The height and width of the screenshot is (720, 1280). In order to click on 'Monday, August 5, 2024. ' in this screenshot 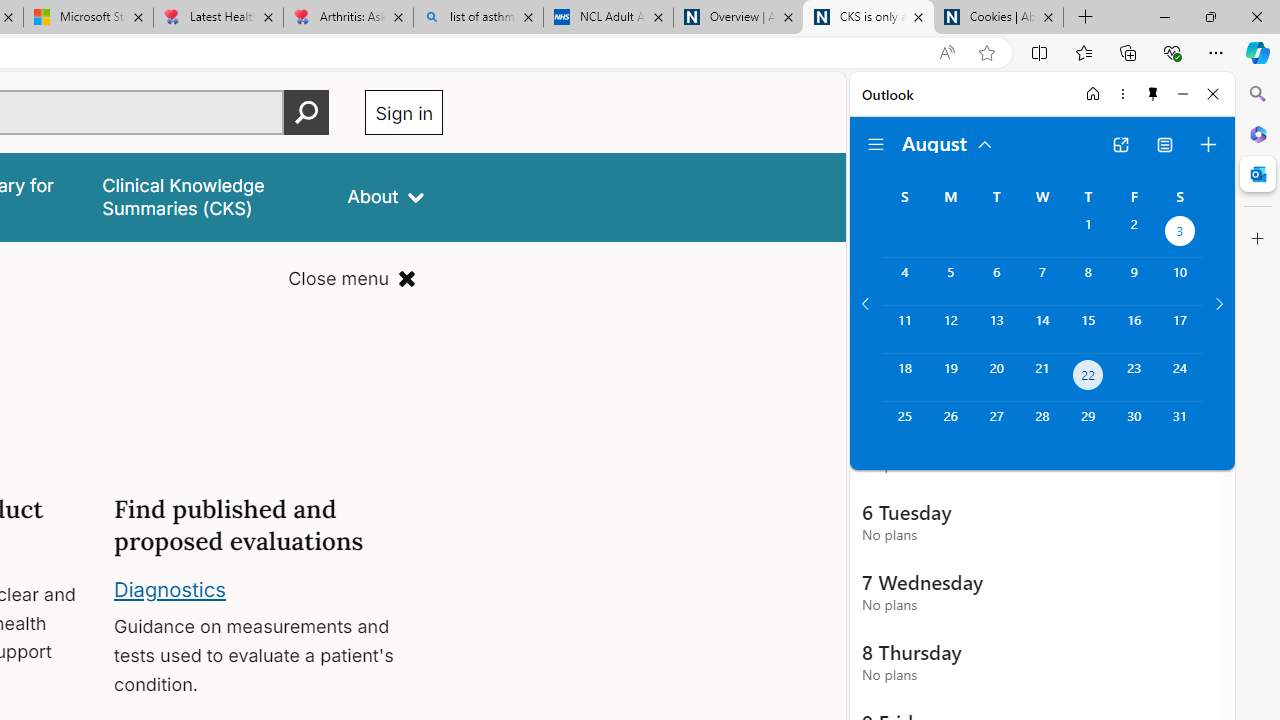, I will do `click(949, 281)`.